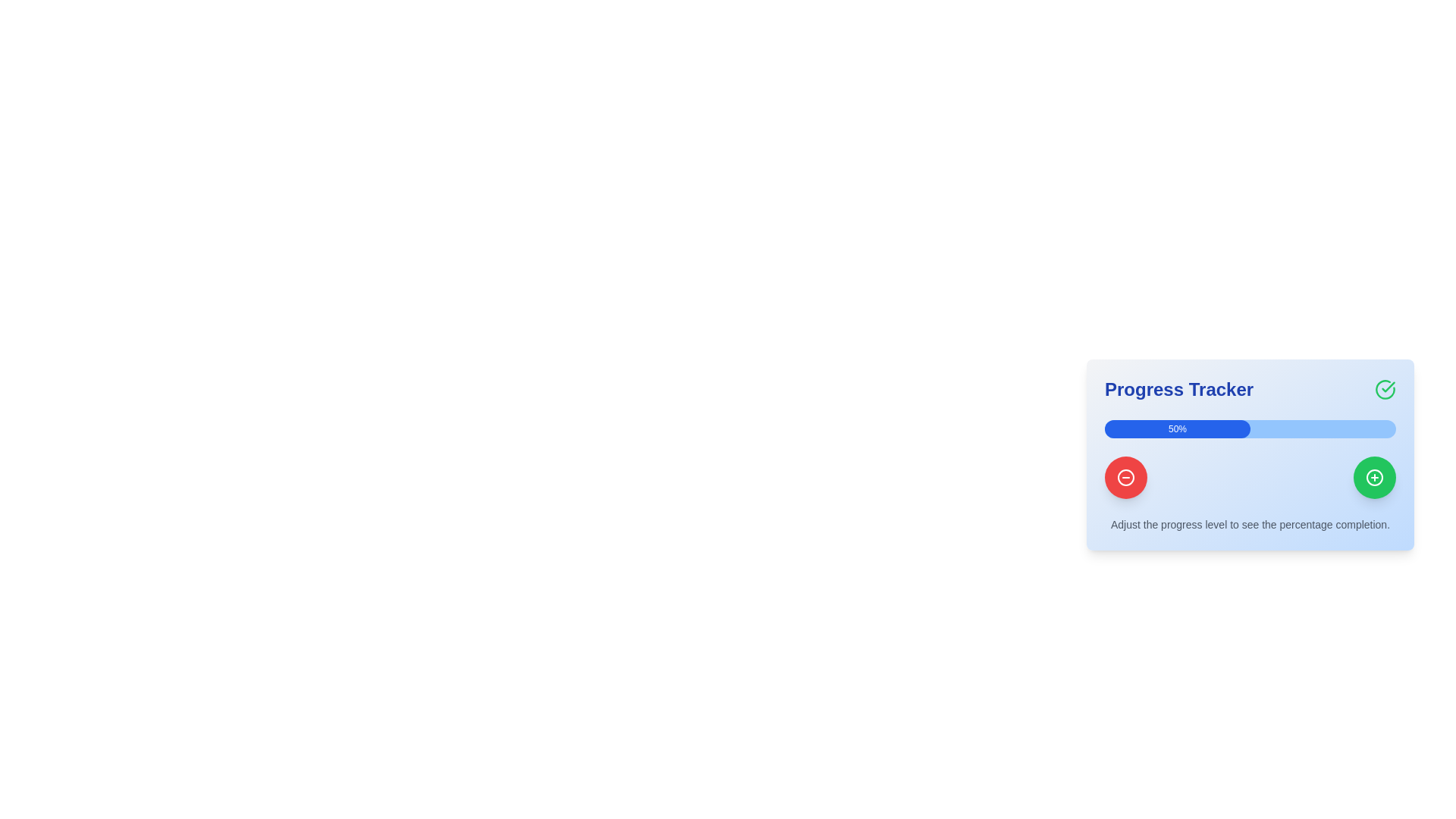 The width and height of the screenshot is (1456, 819). I want to click on the circular green button with a white plus icon located on the right side of another button, so click(1375, 476).